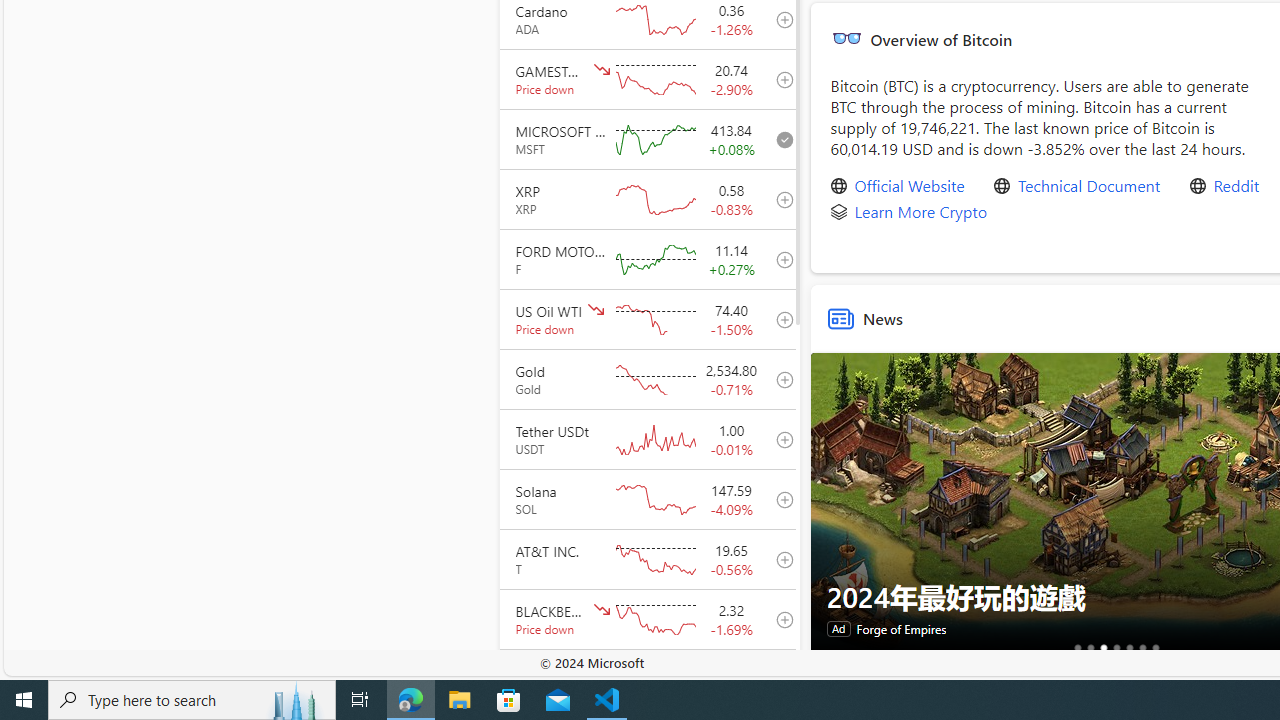 The width and height of the screenshot is (1280, 720). What do you see at coordinates (1088, 186) in the screenshot?
I see `'Technical Document'` at bounding box center [1088, 186].